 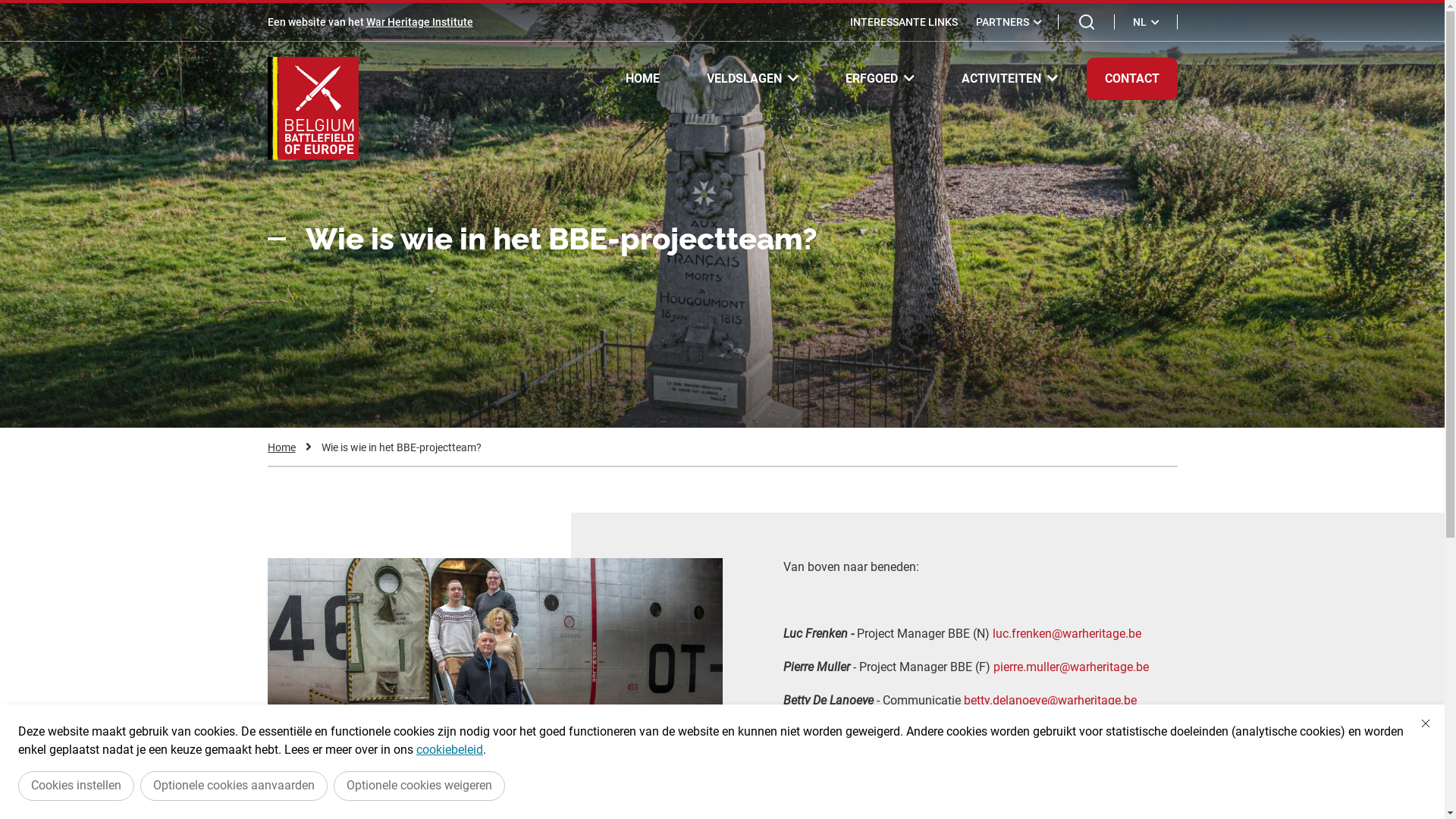 What do you see at coordinates (1124, 22) in the screenshot?
I see `'NL'` at bounding box center [1124, 22].